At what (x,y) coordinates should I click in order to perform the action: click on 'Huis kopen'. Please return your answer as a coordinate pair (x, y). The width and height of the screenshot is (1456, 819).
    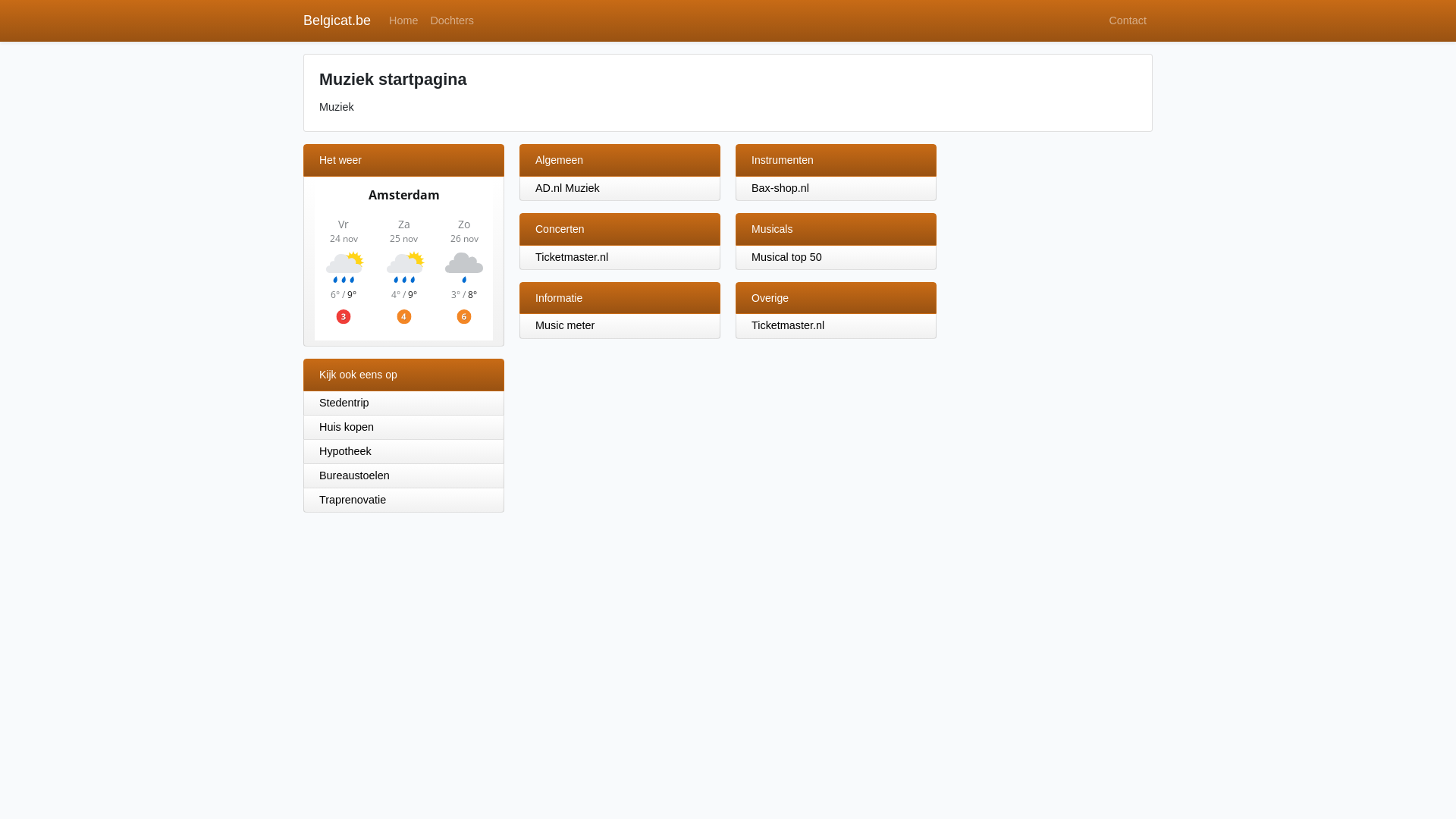
    Looking at the image, I should click on (403, 427).